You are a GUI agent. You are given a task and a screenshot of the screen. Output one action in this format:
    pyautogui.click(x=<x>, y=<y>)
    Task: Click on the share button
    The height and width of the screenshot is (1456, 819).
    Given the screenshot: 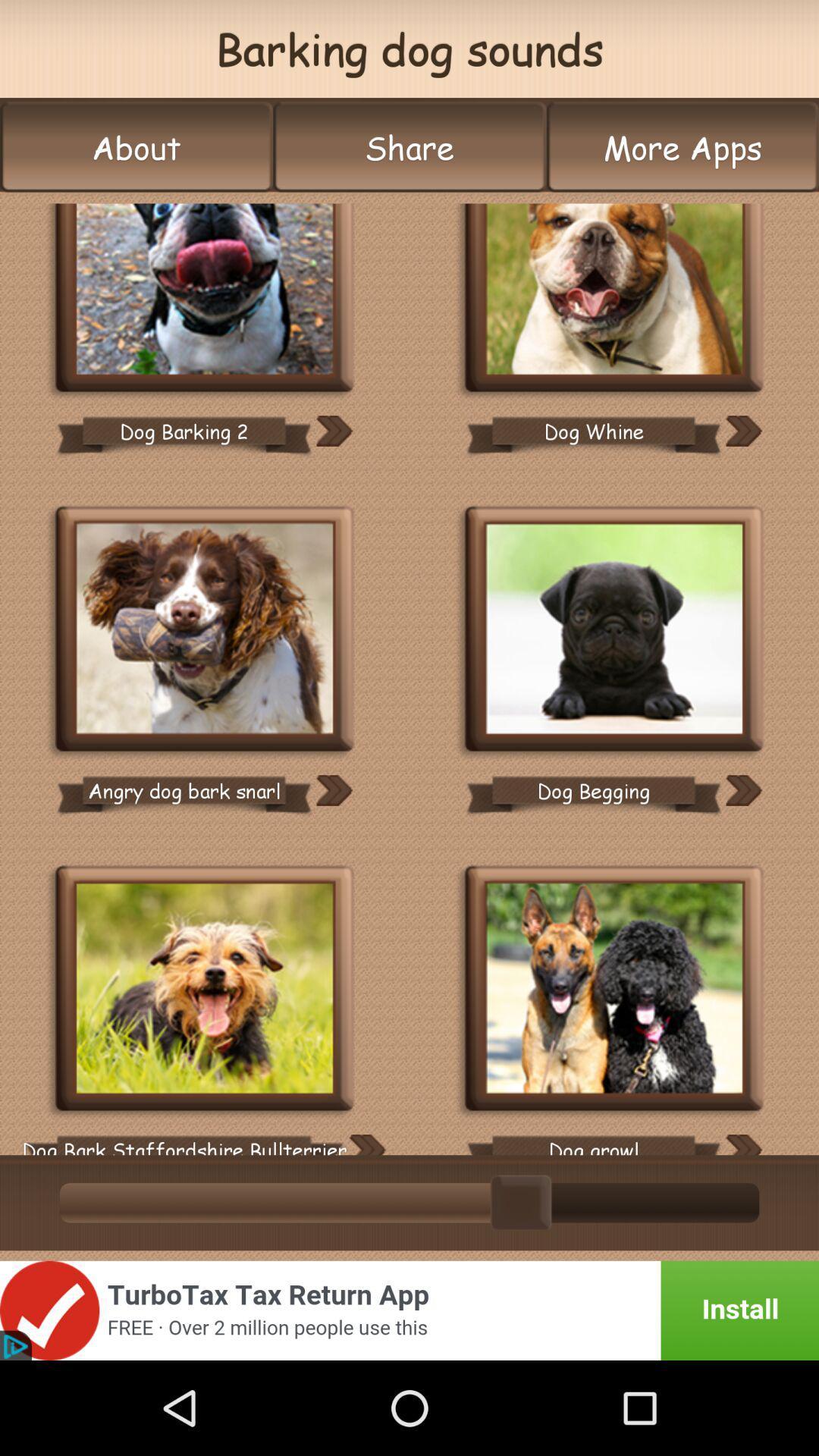 What is the action you would take?
    pyautogui.click(x=409, y=147)
    